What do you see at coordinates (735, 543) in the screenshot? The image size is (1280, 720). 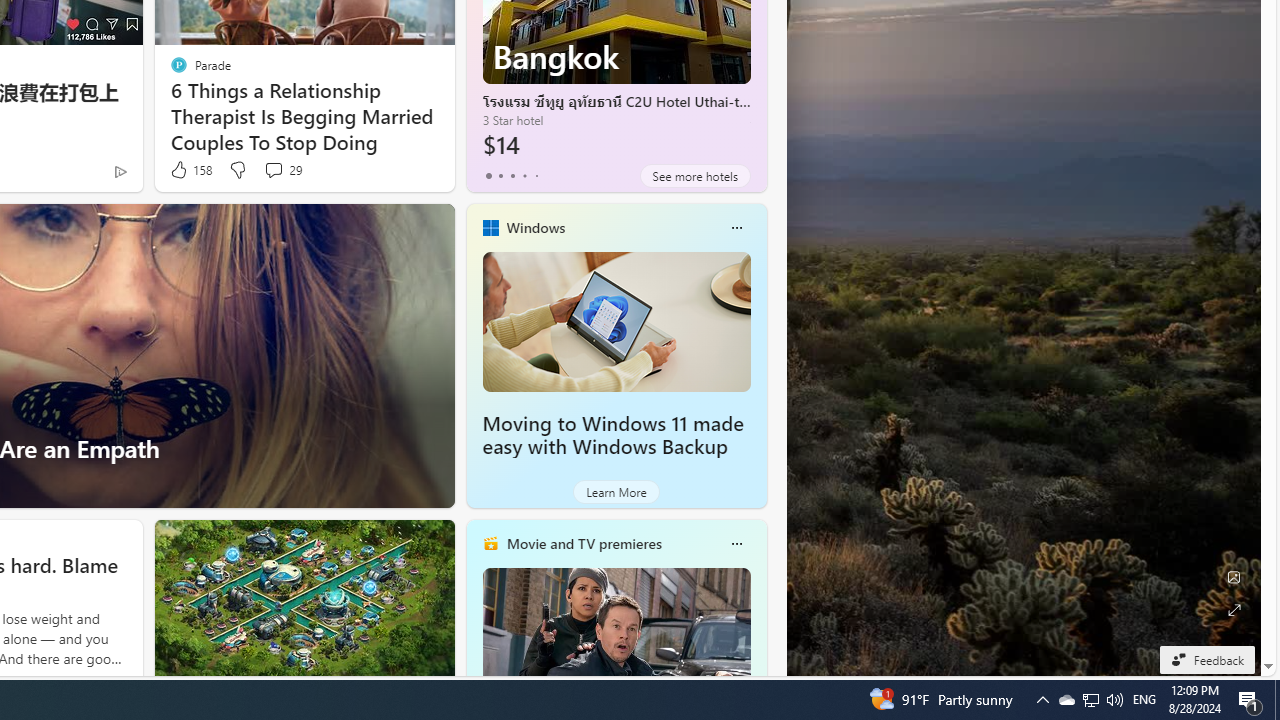 I see `'Class: icon-img'` at bounding box center [735, 543].